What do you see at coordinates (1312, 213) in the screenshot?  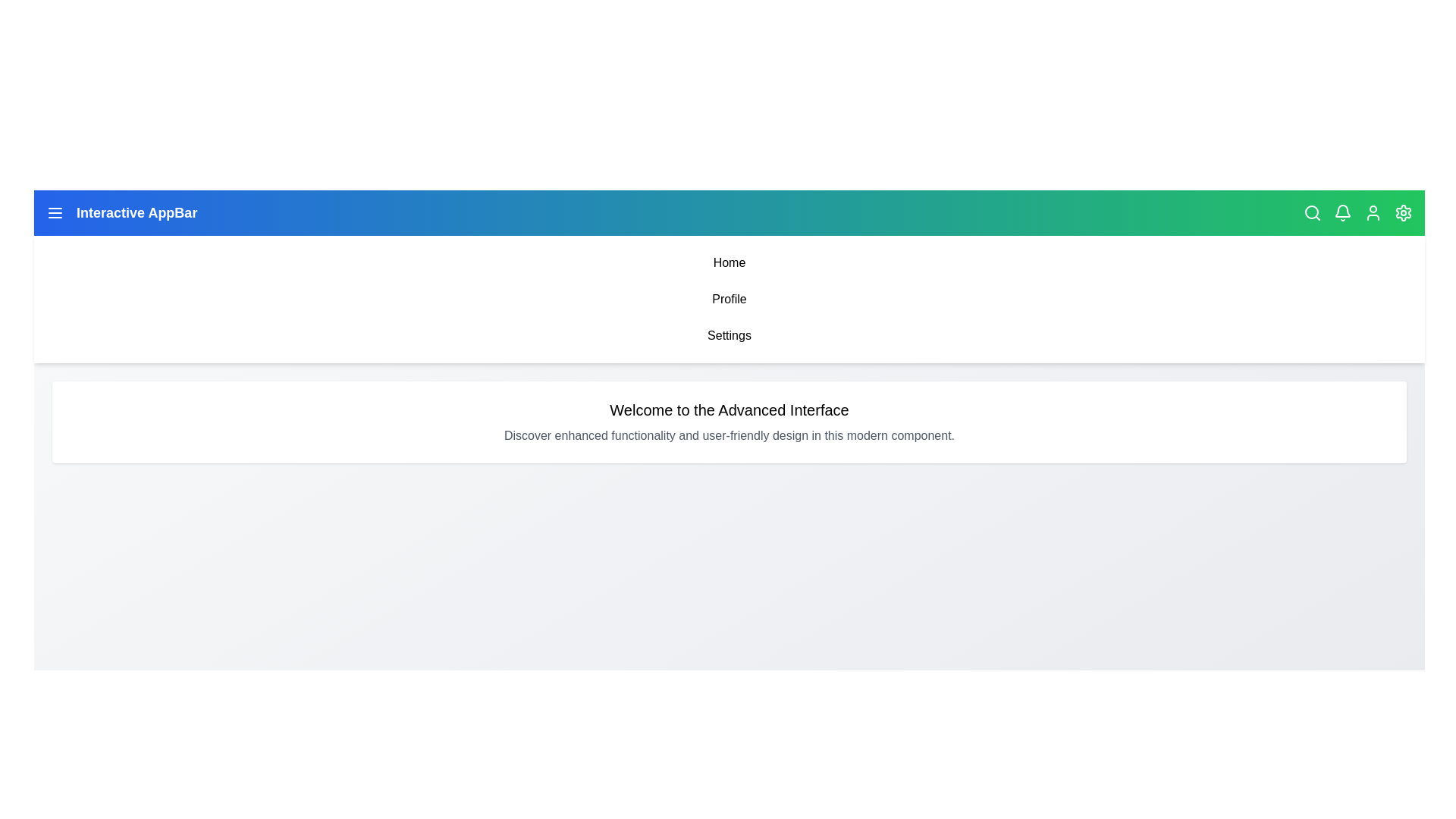 I see `the search icon to initiate the search action` at bounding box center [1312, 213].